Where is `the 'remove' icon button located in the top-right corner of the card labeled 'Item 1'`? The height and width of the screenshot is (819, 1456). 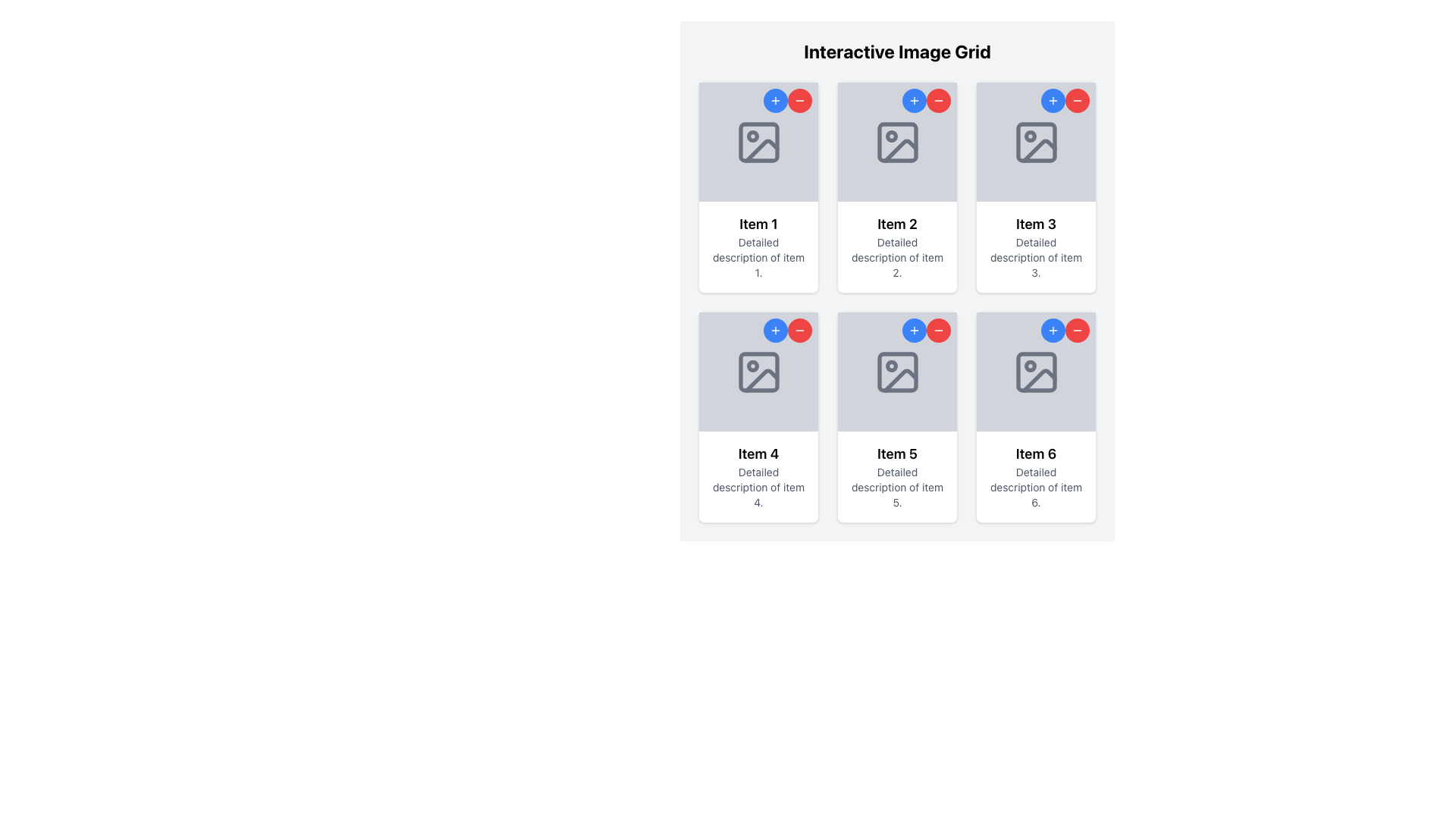 the 'remove' icon button located in the top-right corner of the card labeled 'Item 1' is located at coordinates (799, 100).